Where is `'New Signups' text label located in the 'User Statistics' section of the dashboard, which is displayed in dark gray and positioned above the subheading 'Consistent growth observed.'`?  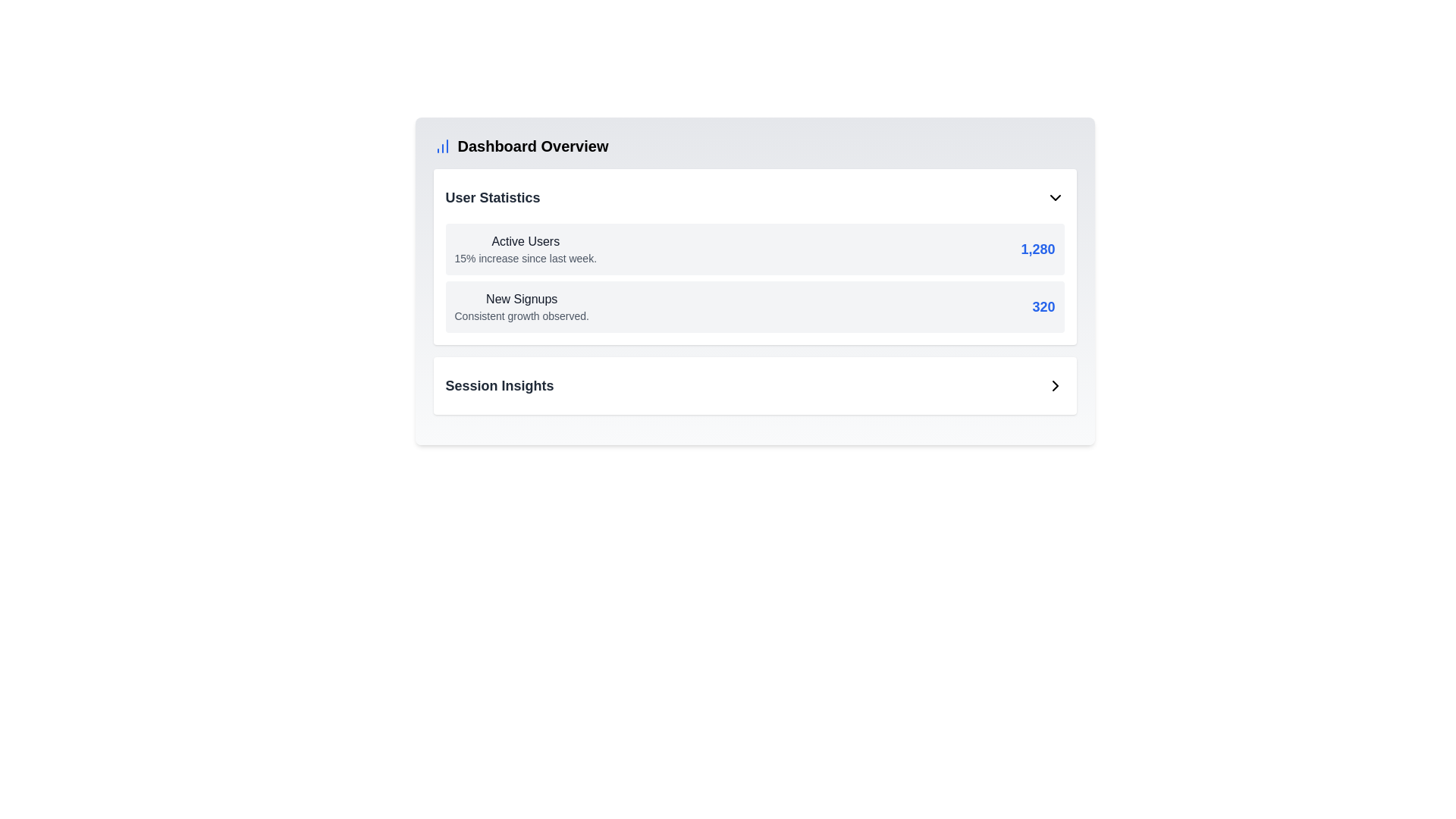
'New Signups' text label located in the 'User Statistics' section of the dashboard, which is displayed in dark gray and positioned above the subheading 'Consistent growth observed.' is located at coordinates (522, 299).